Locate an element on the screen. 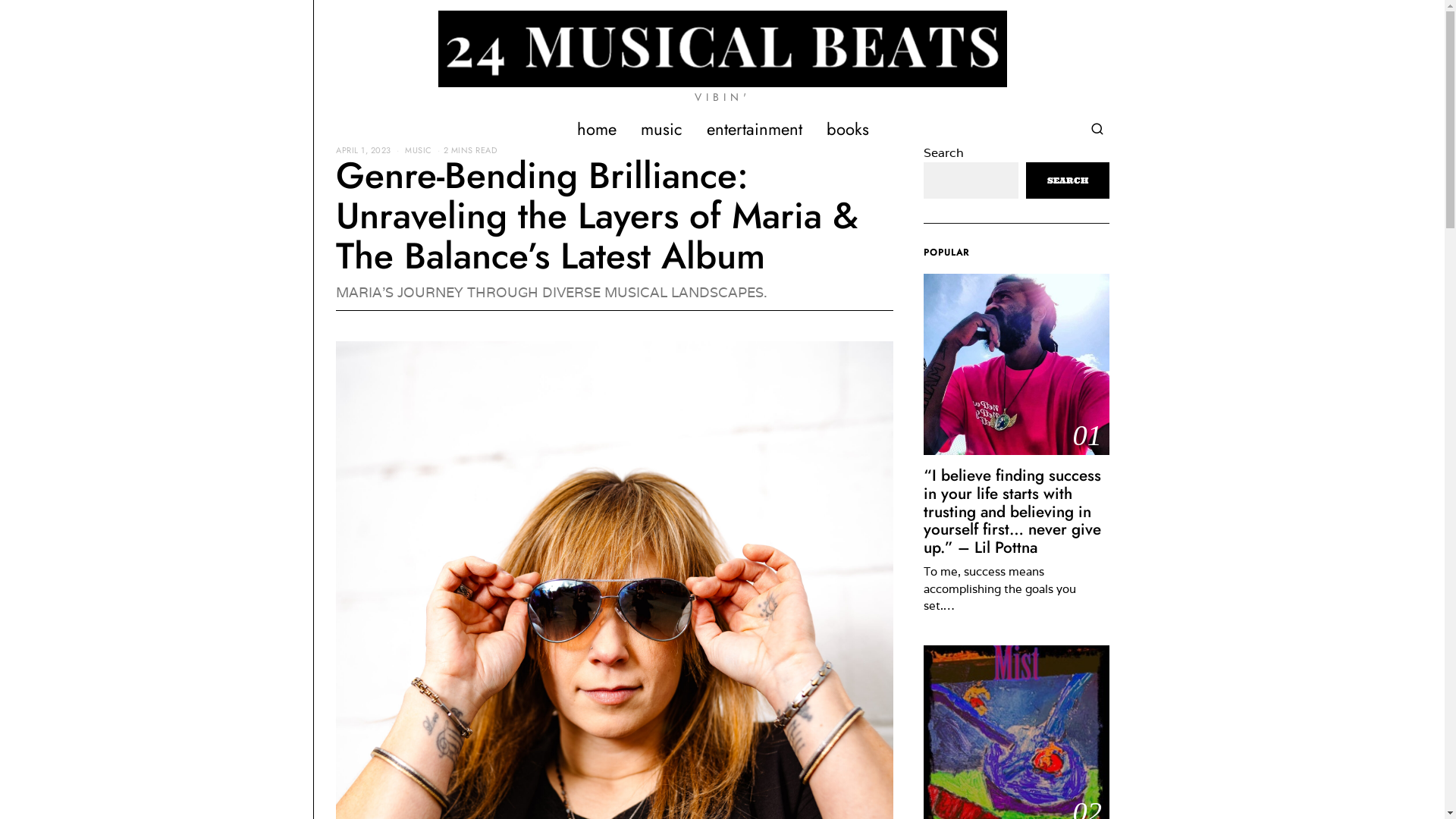  'MUSIC' is located at coordinates (419, 149).